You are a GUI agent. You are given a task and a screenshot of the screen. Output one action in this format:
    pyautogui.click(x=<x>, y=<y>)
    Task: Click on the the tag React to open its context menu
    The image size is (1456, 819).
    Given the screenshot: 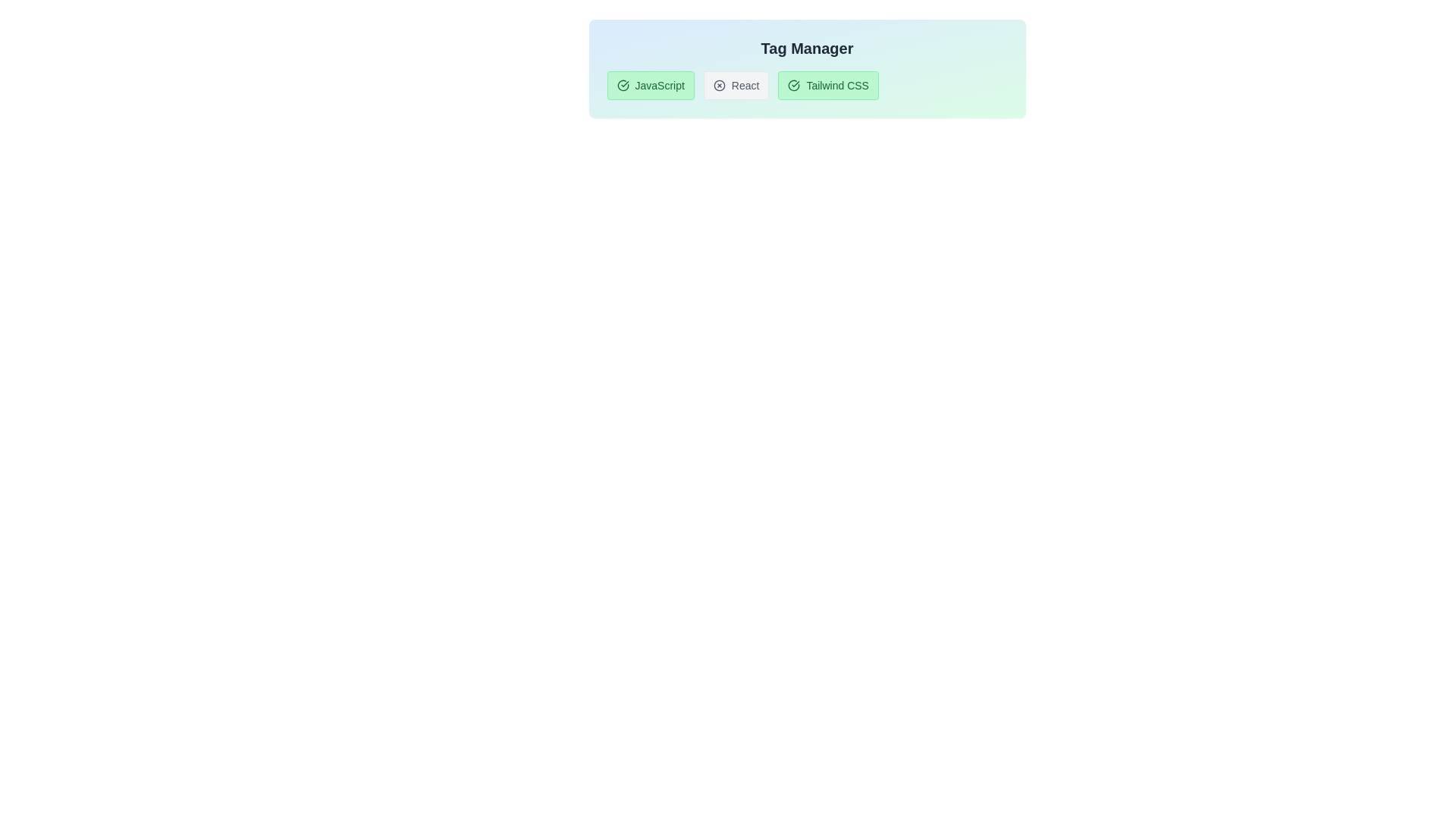 What is the action you would take?
    pyautogui.click(x=736, y=85)
    